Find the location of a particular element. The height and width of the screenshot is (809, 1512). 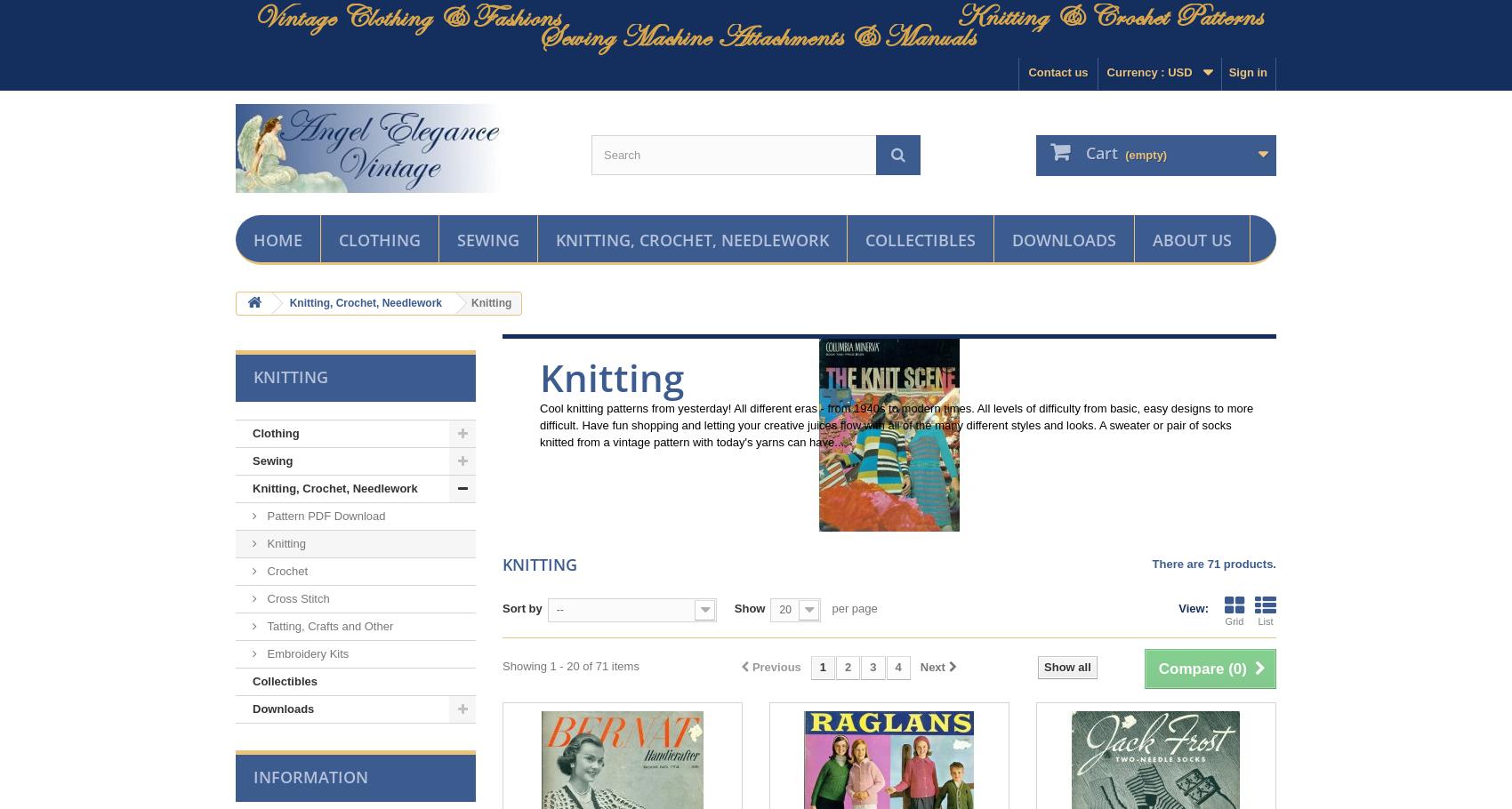

'Grid' is located at coordinates (1233, 621).